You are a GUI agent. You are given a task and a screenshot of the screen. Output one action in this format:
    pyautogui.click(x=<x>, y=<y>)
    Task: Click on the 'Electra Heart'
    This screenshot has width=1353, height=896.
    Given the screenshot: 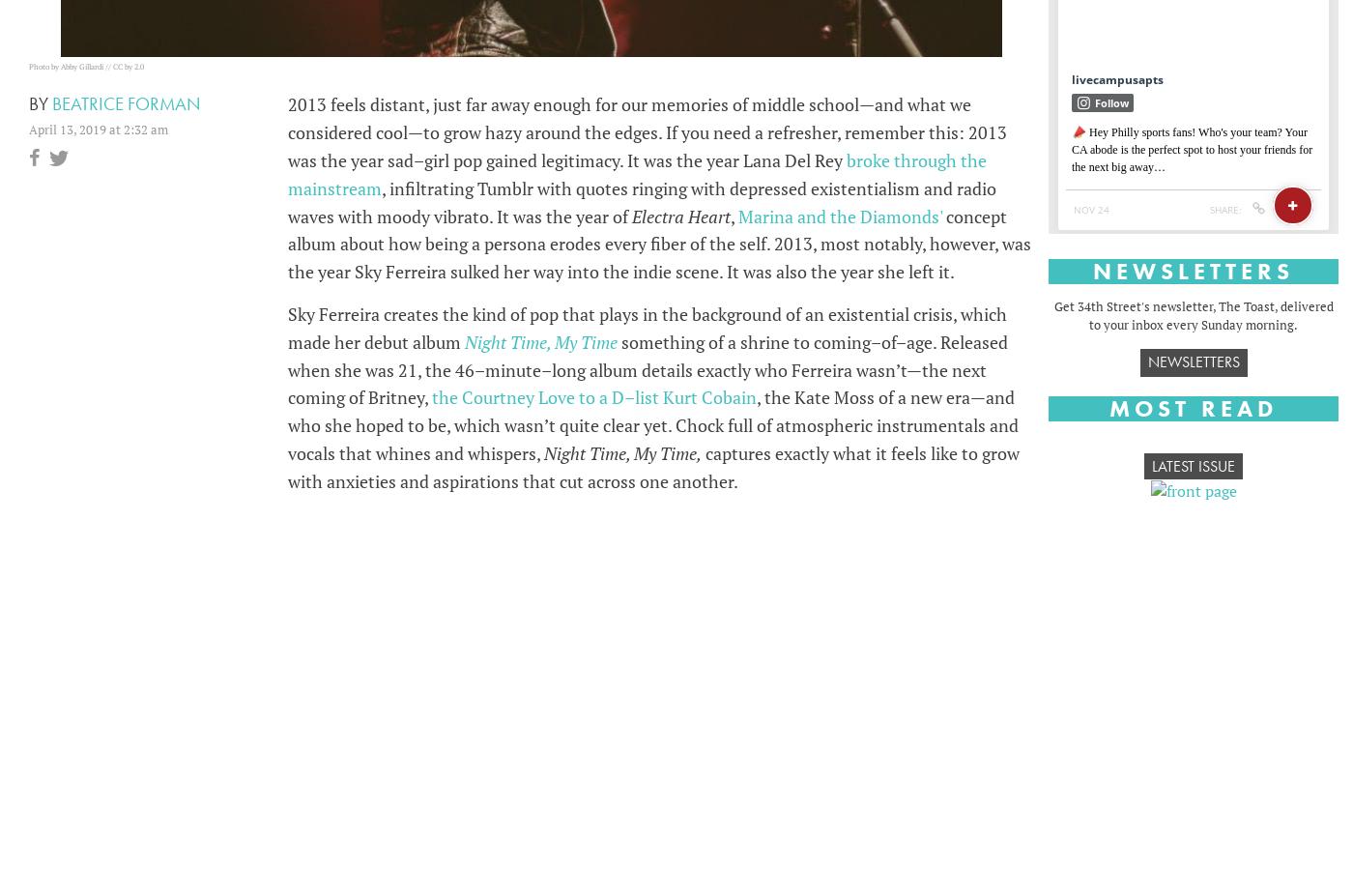 What is the action you would take?
    pyautogui.click(x=680, y=216)
    